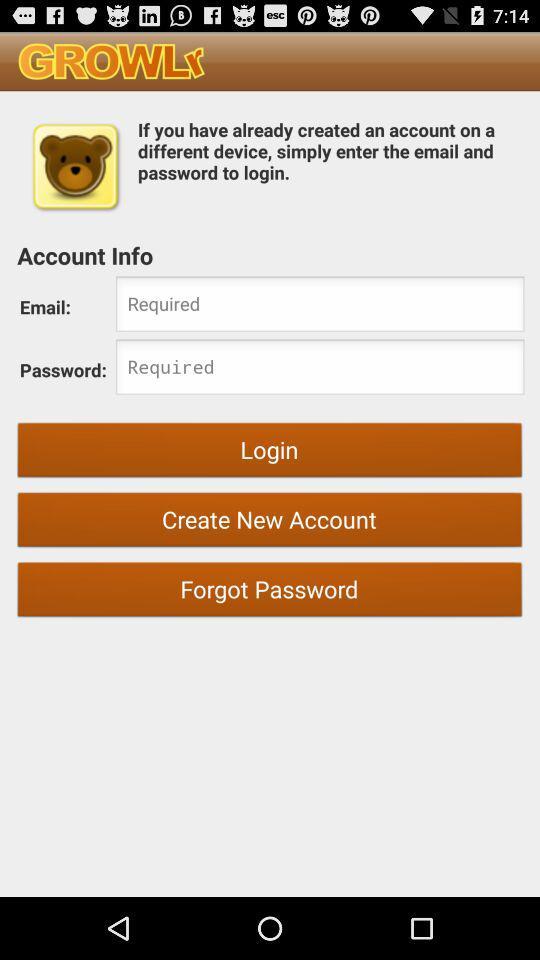 This screenshot has width=540, height=960. What do you see at coordinates (320, 306) in the screenshot?
I see `the text field which is next to the email` at bounding box center [320, 306].